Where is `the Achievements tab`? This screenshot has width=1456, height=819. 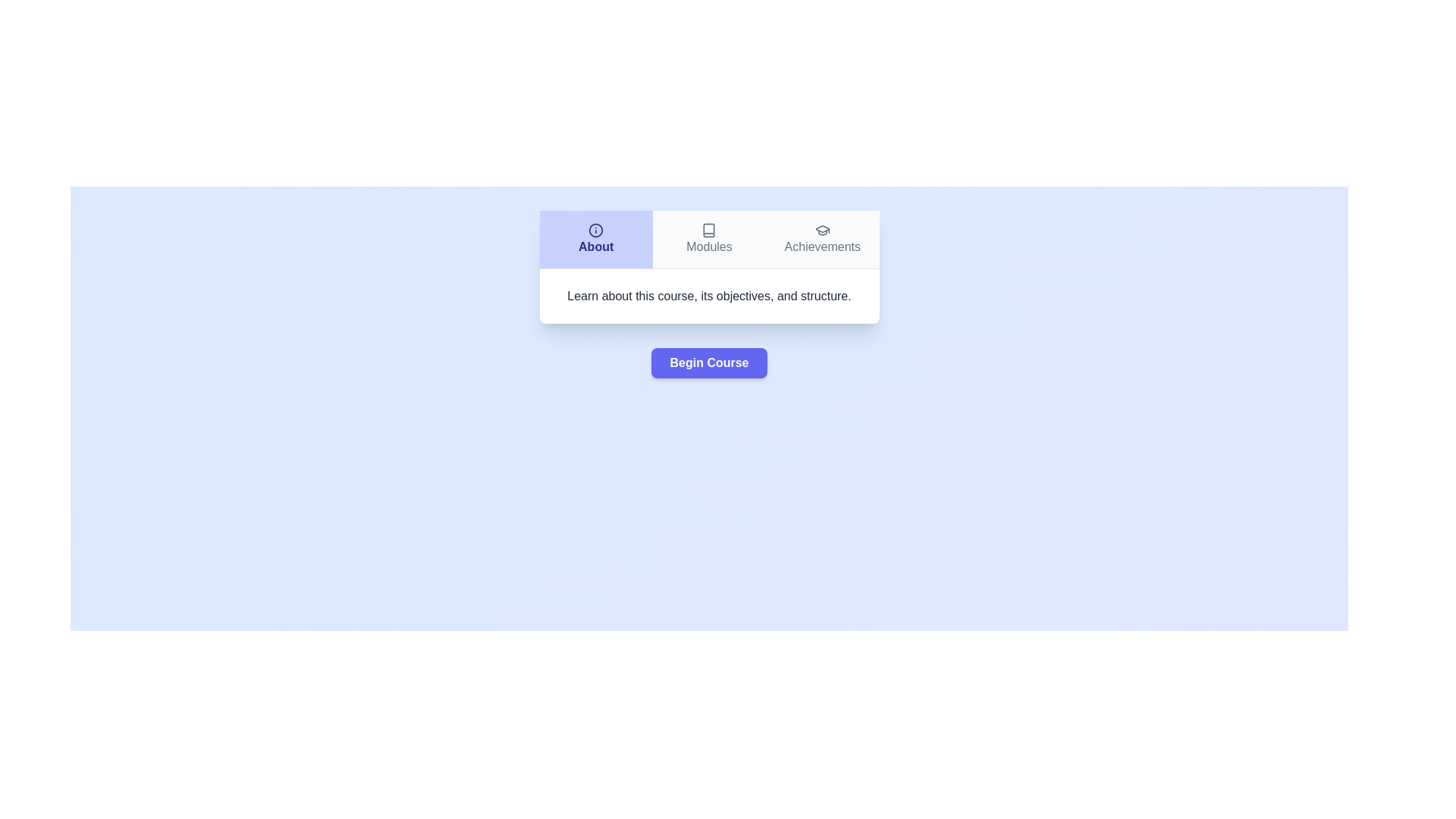 the Achievements tab is located at coordinates (821, 239).